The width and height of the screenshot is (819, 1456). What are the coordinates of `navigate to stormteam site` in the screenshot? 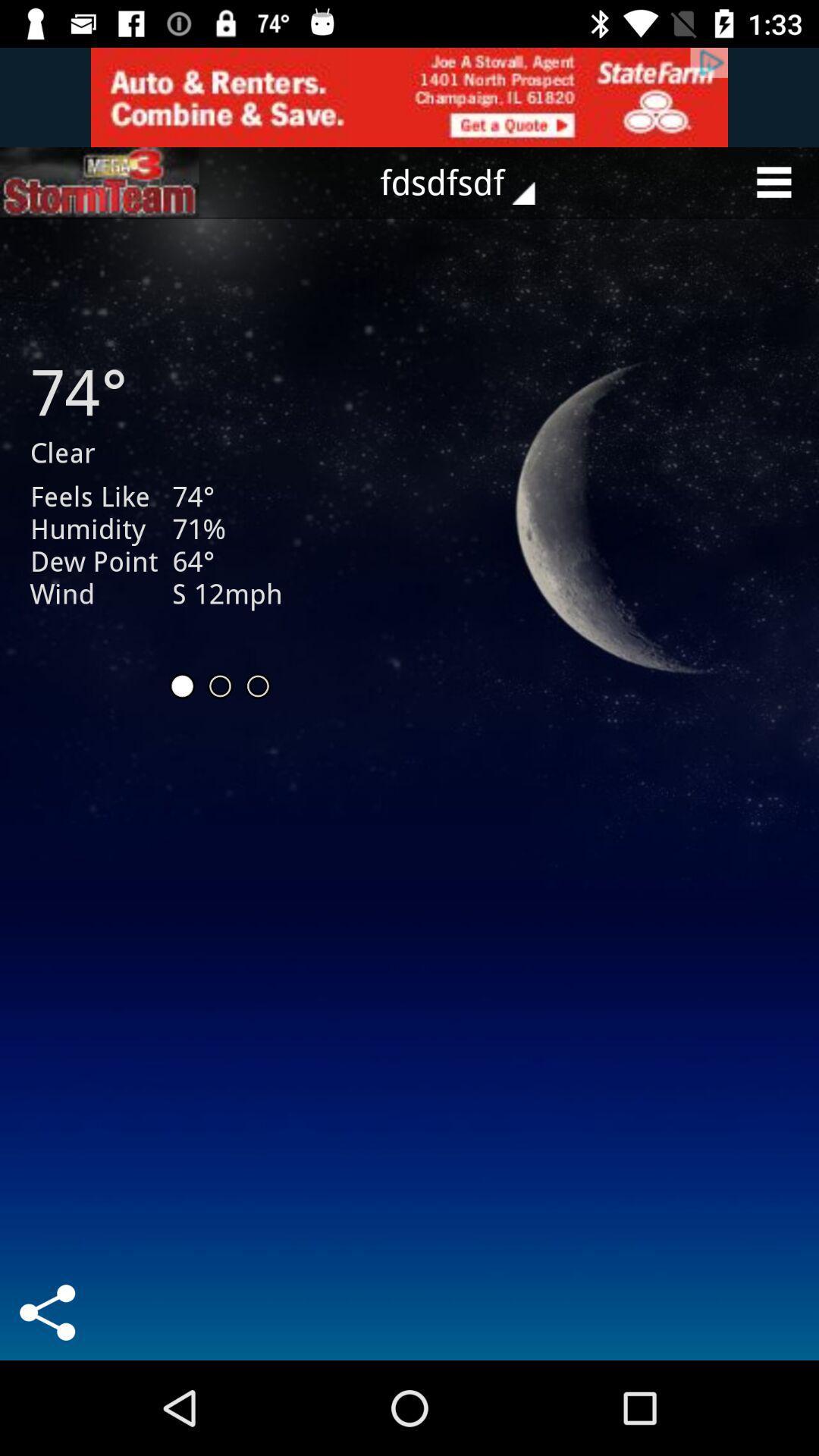 It's located at (99, 182).